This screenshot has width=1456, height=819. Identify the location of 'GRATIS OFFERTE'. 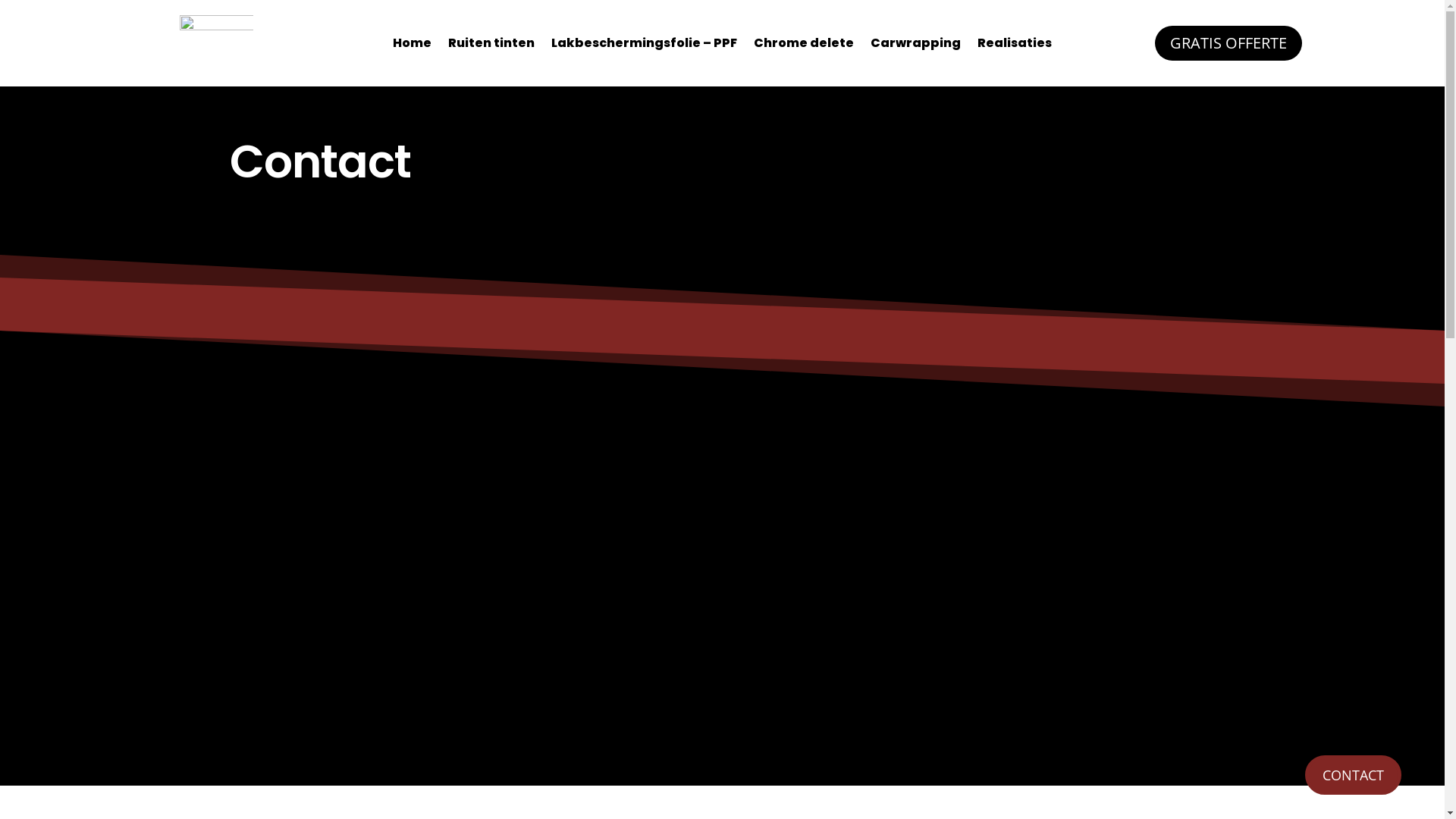
(1153, 42).